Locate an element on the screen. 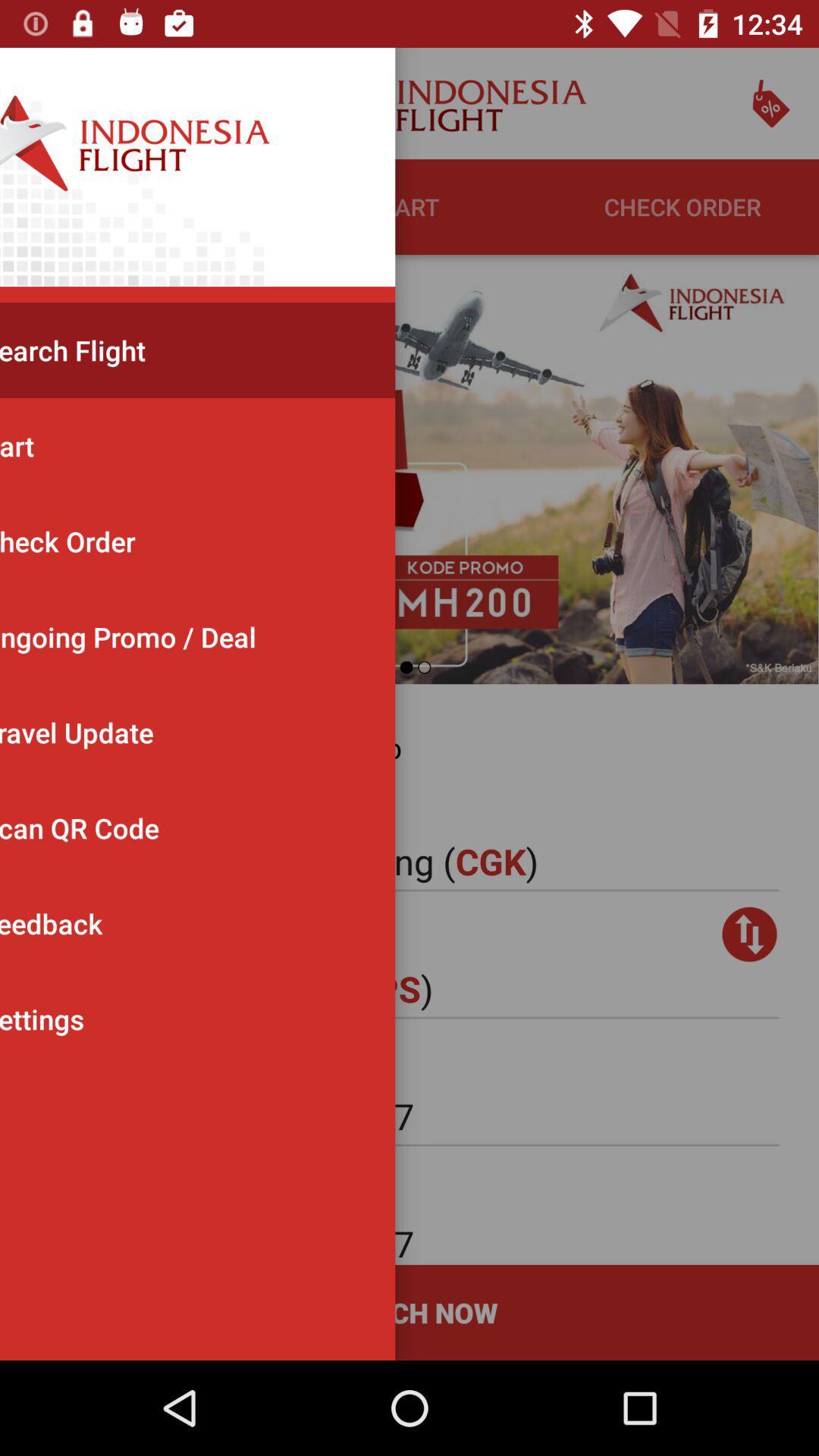 This screenshot has width=819, height=1456. the compare icon is located at coordinates (748, 934).